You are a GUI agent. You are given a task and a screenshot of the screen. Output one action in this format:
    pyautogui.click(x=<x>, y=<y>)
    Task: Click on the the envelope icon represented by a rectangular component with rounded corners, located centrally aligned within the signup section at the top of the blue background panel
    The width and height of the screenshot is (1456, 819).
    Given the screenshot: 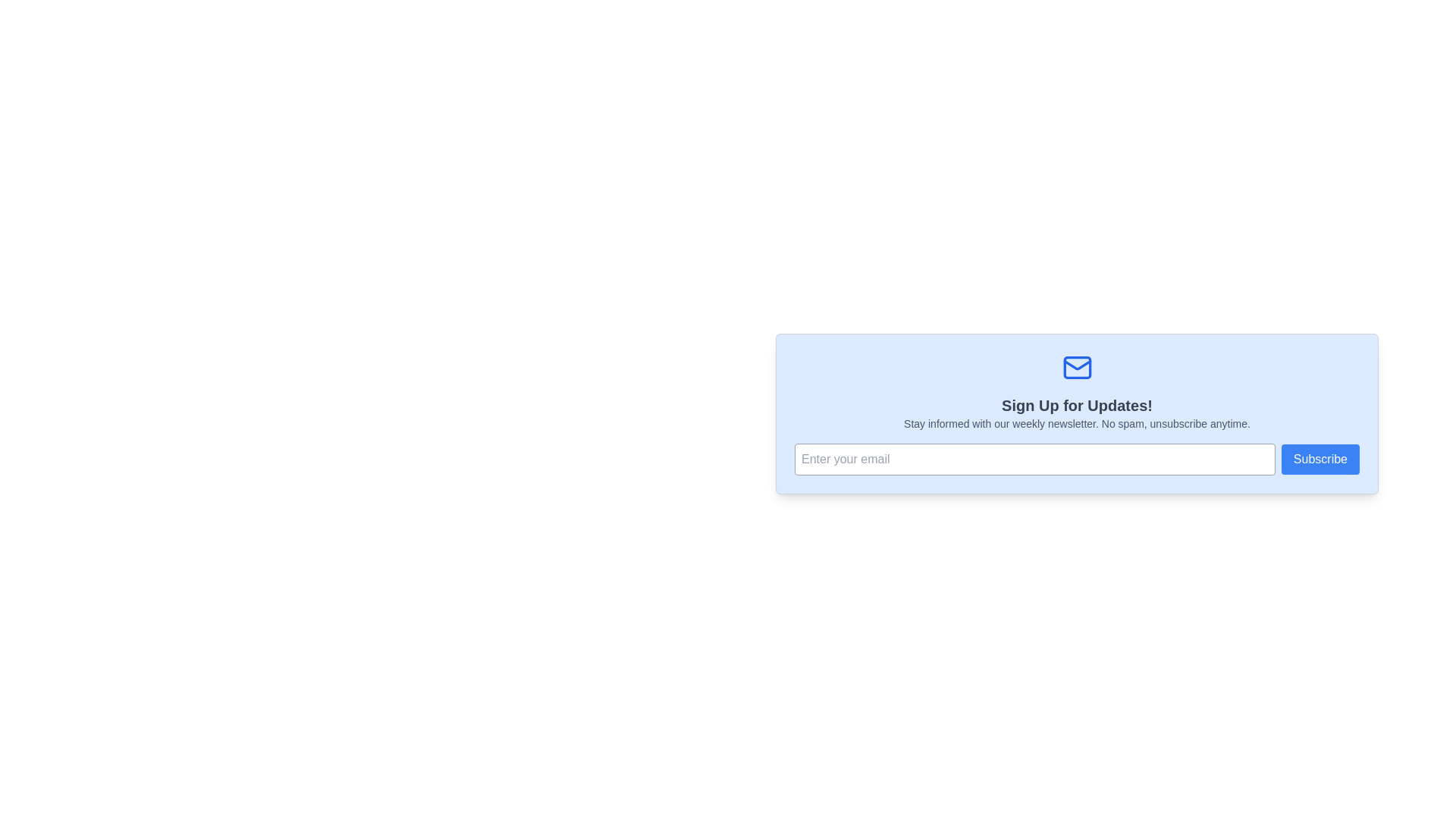 What is the action you would take?
    pyautogui.click(x=1076, y=368)
    